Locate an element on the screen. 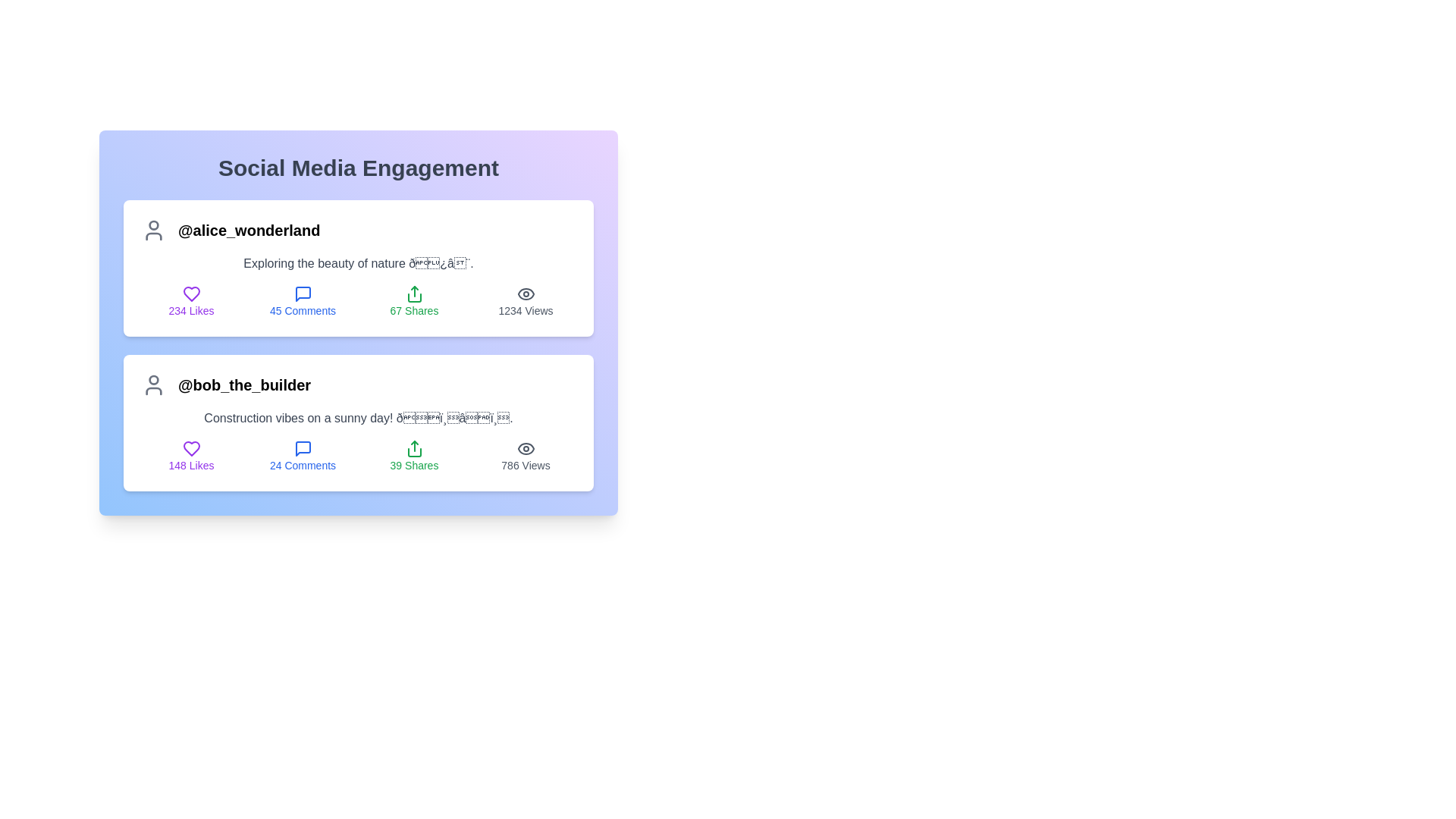 The height and width of the screenshot is (819, 1456). the interactive button or link for comments related to the post from '@bob_the_builder' to observe styling transitions is located at coordinates (303, 455).